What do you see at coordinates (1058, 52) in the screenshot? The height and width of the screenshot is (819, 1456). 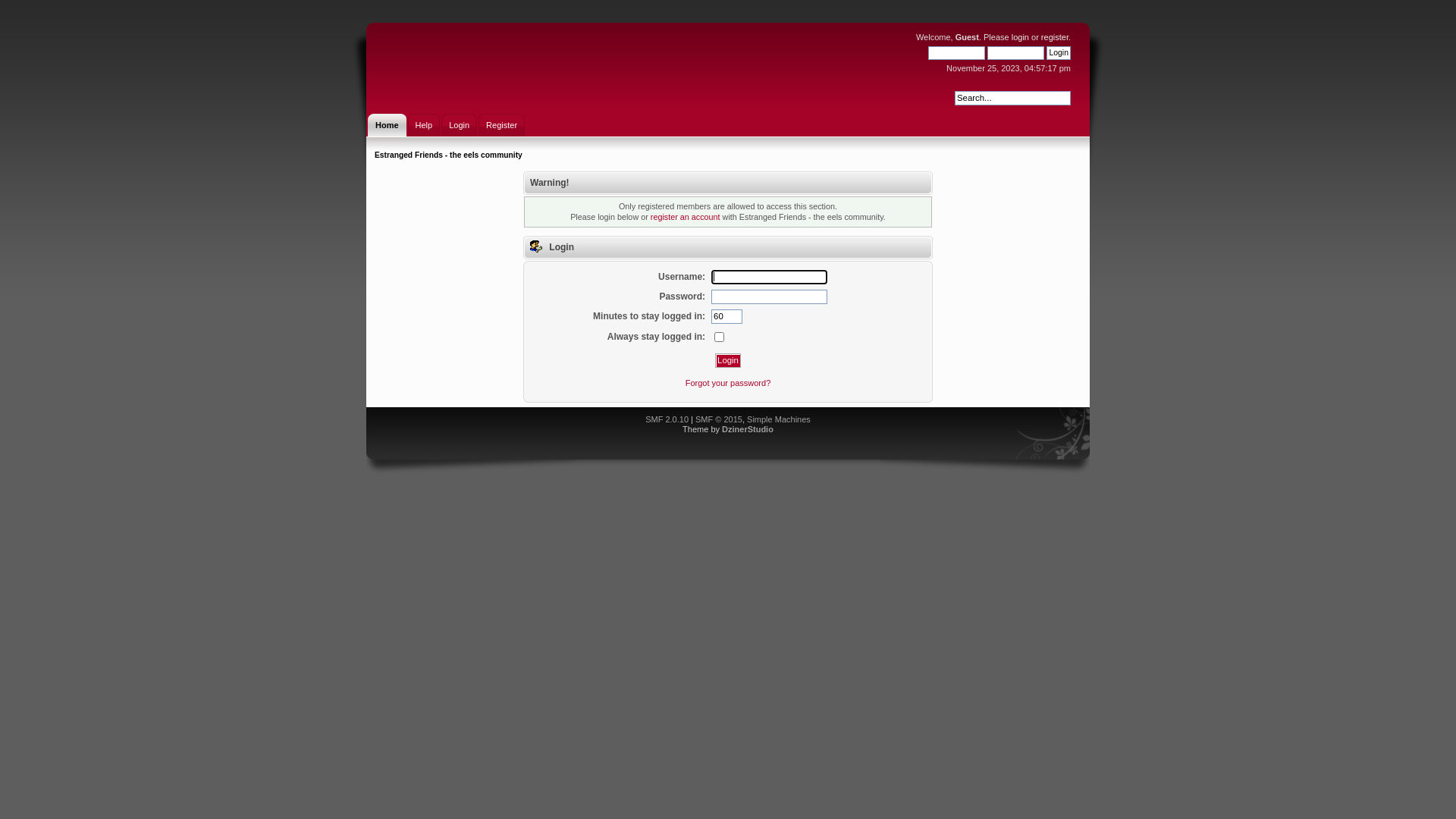 I see `'Login'` at bounding box center [1058, 52].